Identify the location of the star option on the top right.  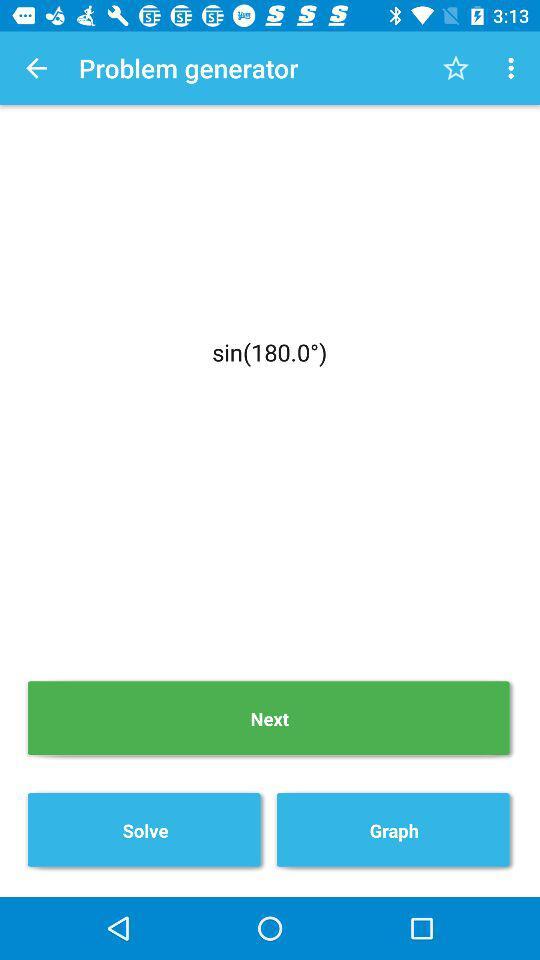
(456, 68).